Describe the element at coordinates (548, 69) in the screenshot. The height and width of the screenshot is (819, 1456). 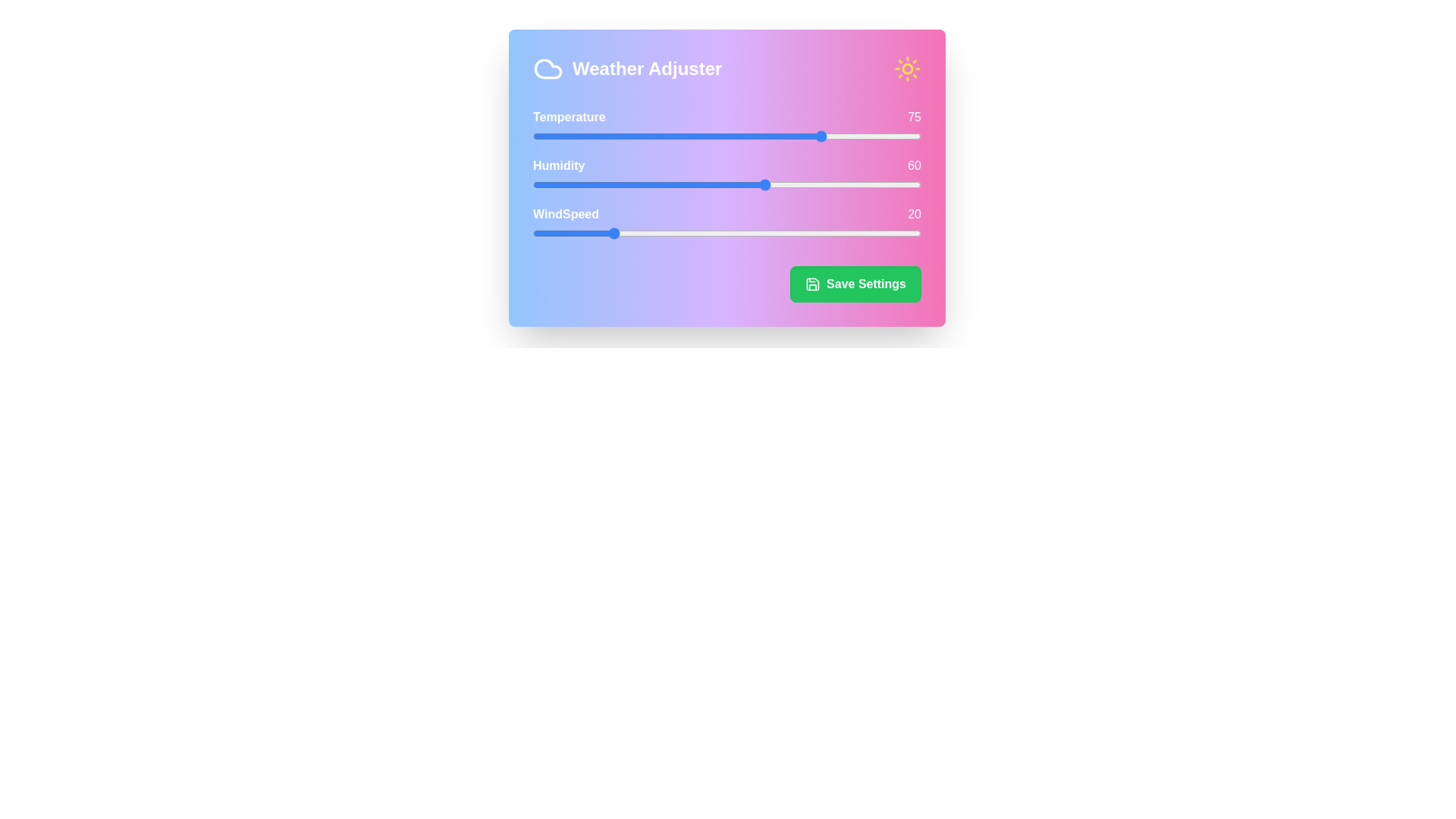
I see `the cloud-shaped icon located in the top-left corner of the panel, next to the 'Weather Adjuster' title` at that location.